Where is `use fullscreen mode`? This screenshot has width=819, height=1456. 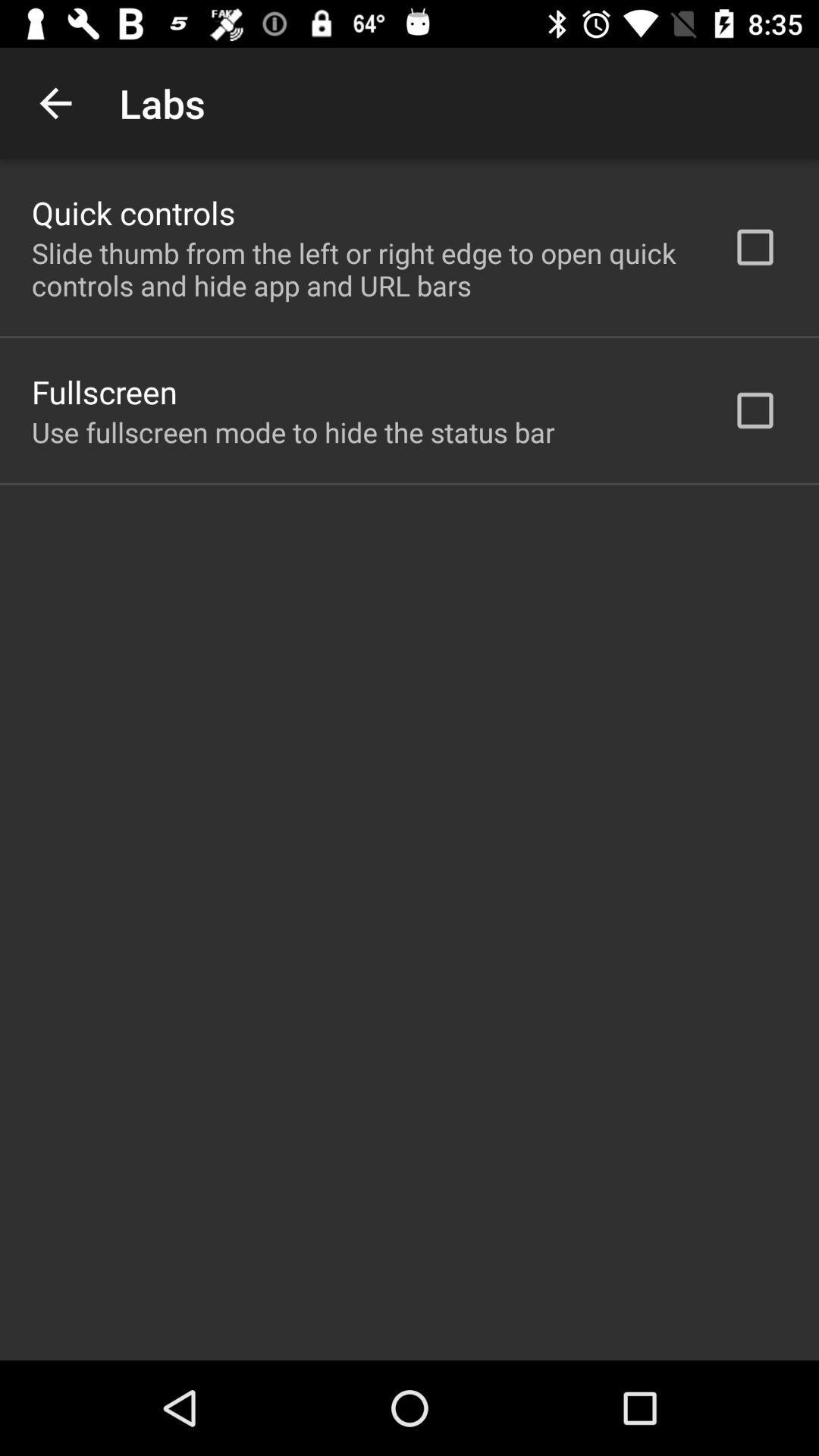
use fullscreen mode is located at coordinates (293, 431).